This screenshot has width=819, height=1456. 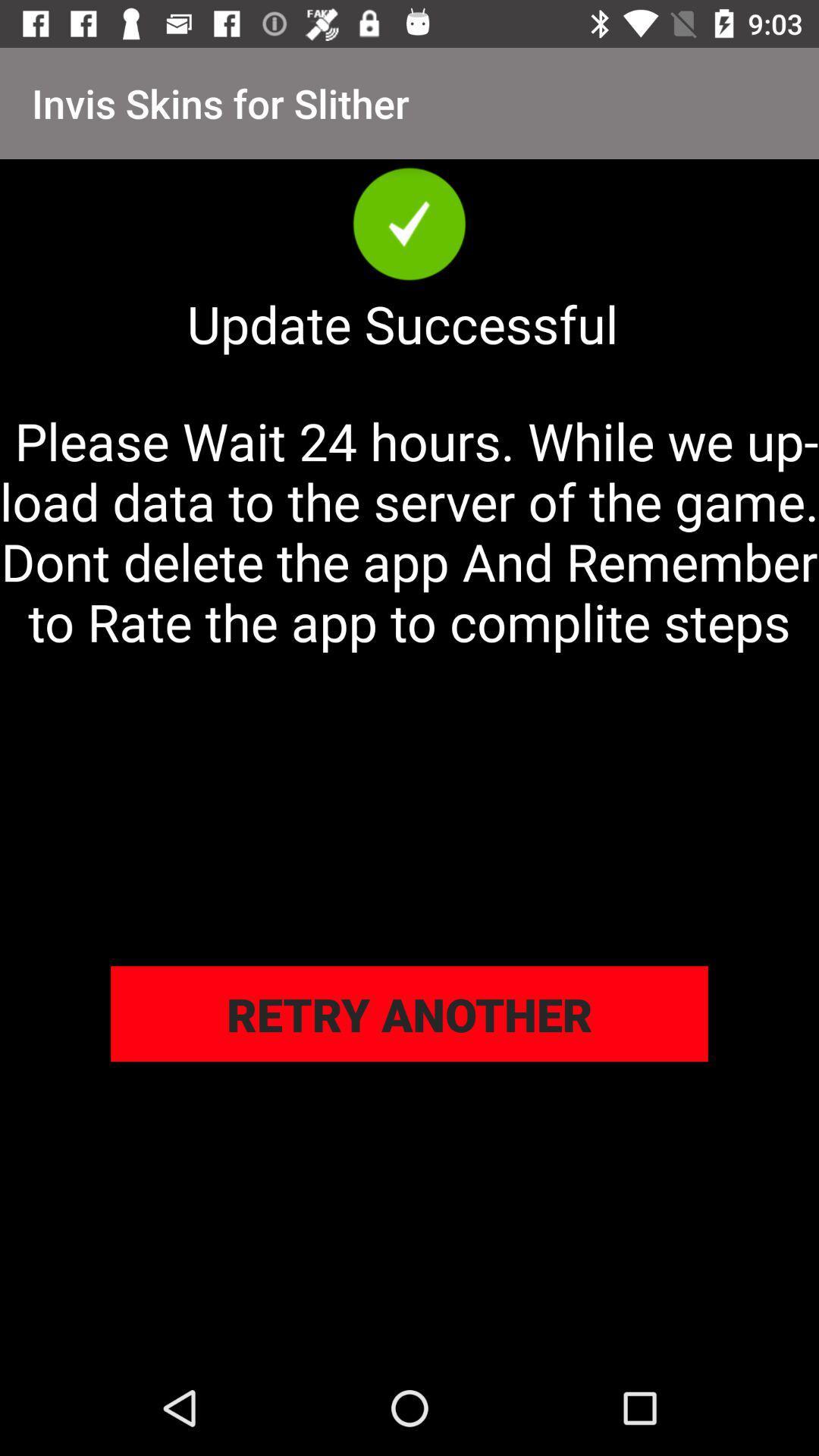 I want to click on the retry another item, so click(x=409, y=1014).